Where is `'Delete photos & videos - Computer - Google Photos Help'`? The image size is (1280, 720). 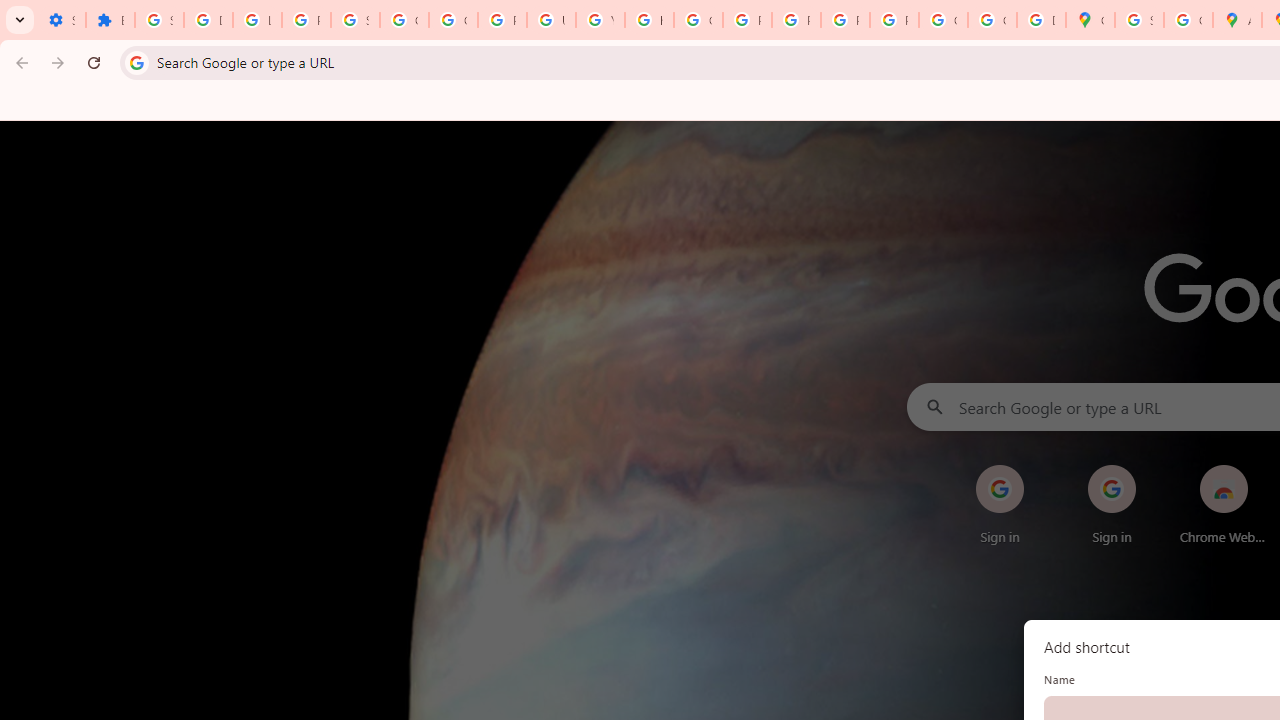
'Delete photos & videos - Computer - Google Photos Help' is located at coordinates (208, 20).